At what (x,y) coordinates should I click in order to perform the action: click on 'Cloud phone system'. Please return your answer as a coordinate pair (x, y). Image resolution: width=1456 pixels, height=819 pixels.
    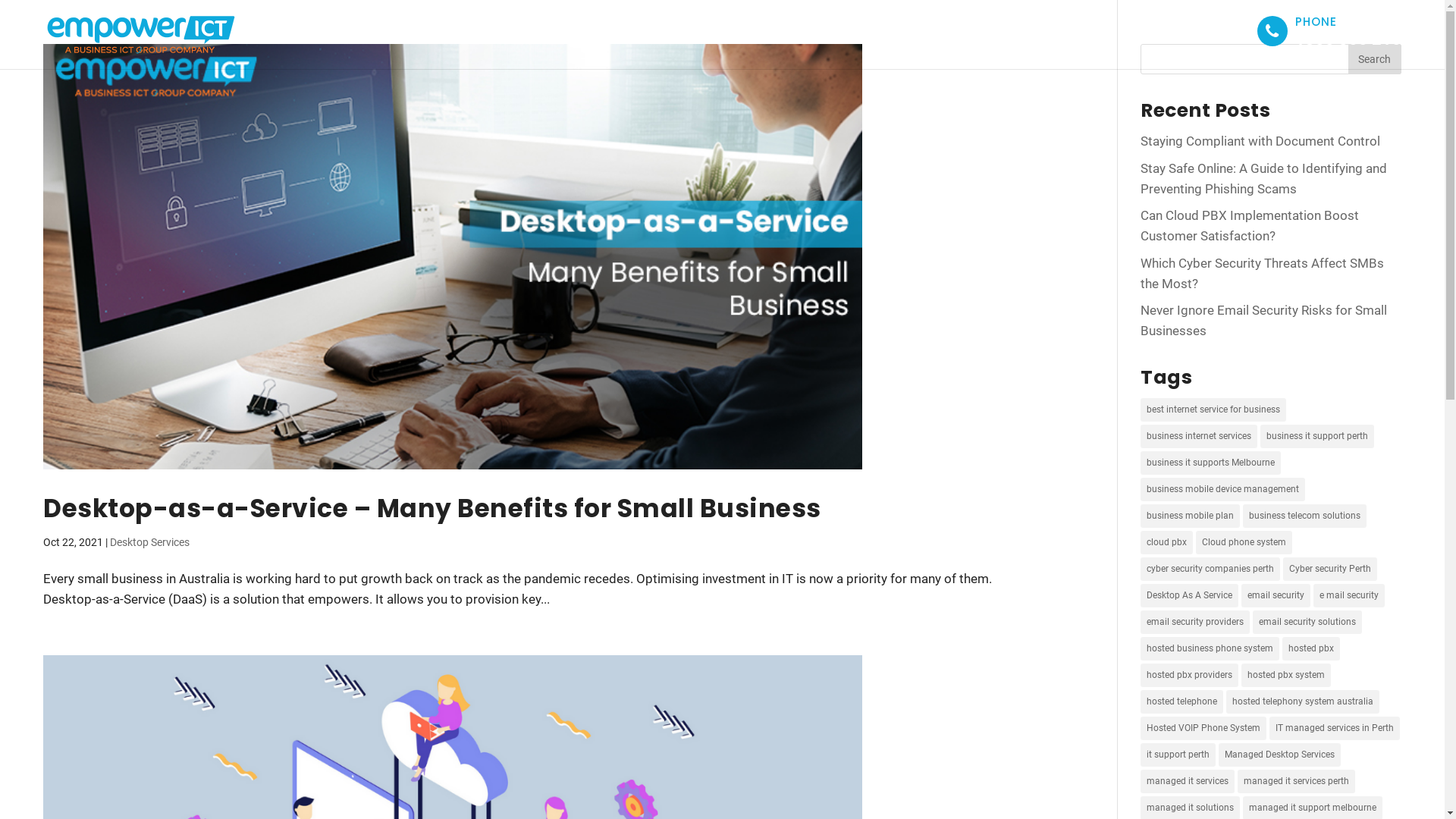
    Looking at the image, I should click on (1195, 541).